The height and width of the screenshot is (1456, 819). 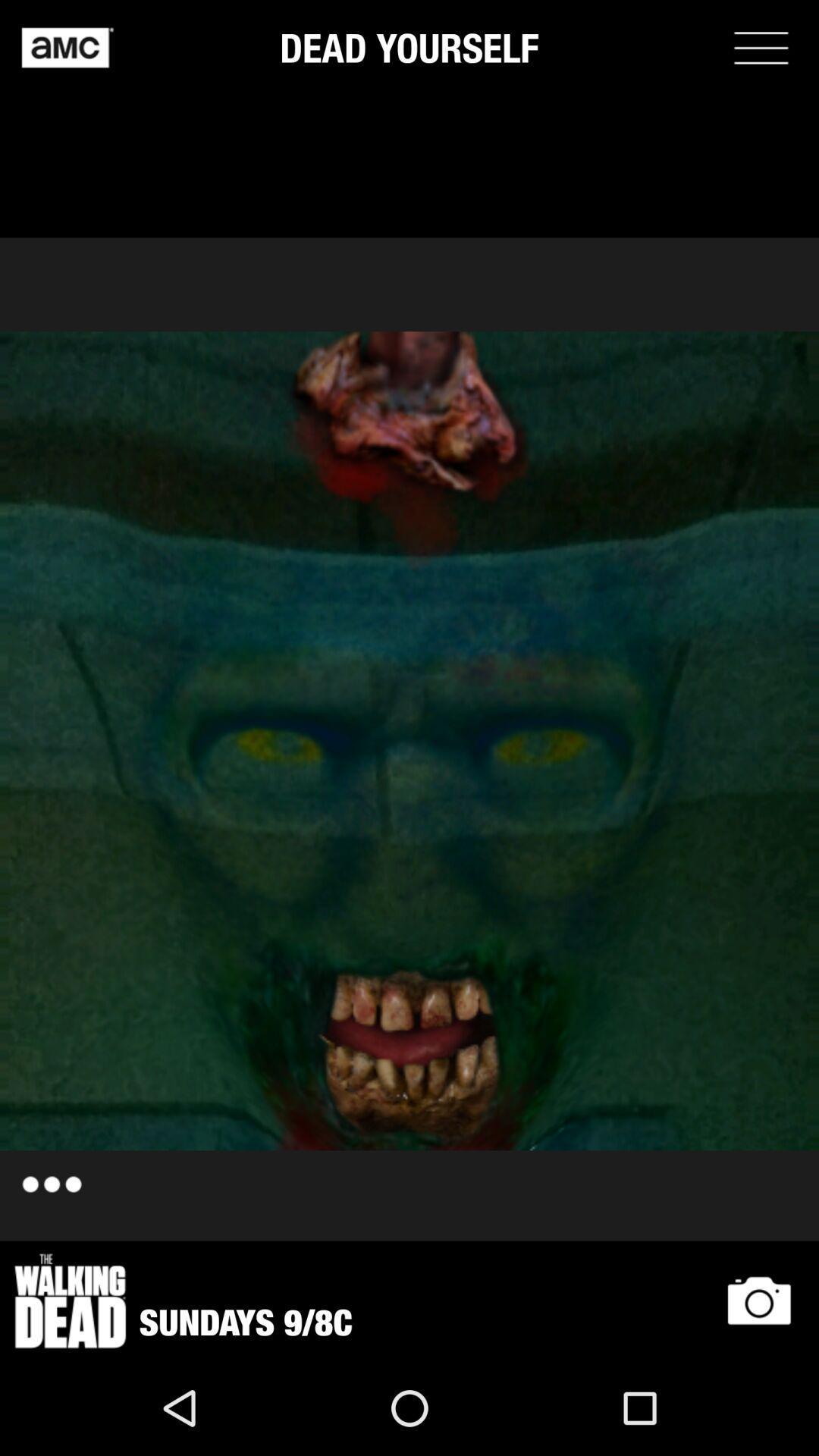 I want to click on the menu icon, so click(x=761, y=47).